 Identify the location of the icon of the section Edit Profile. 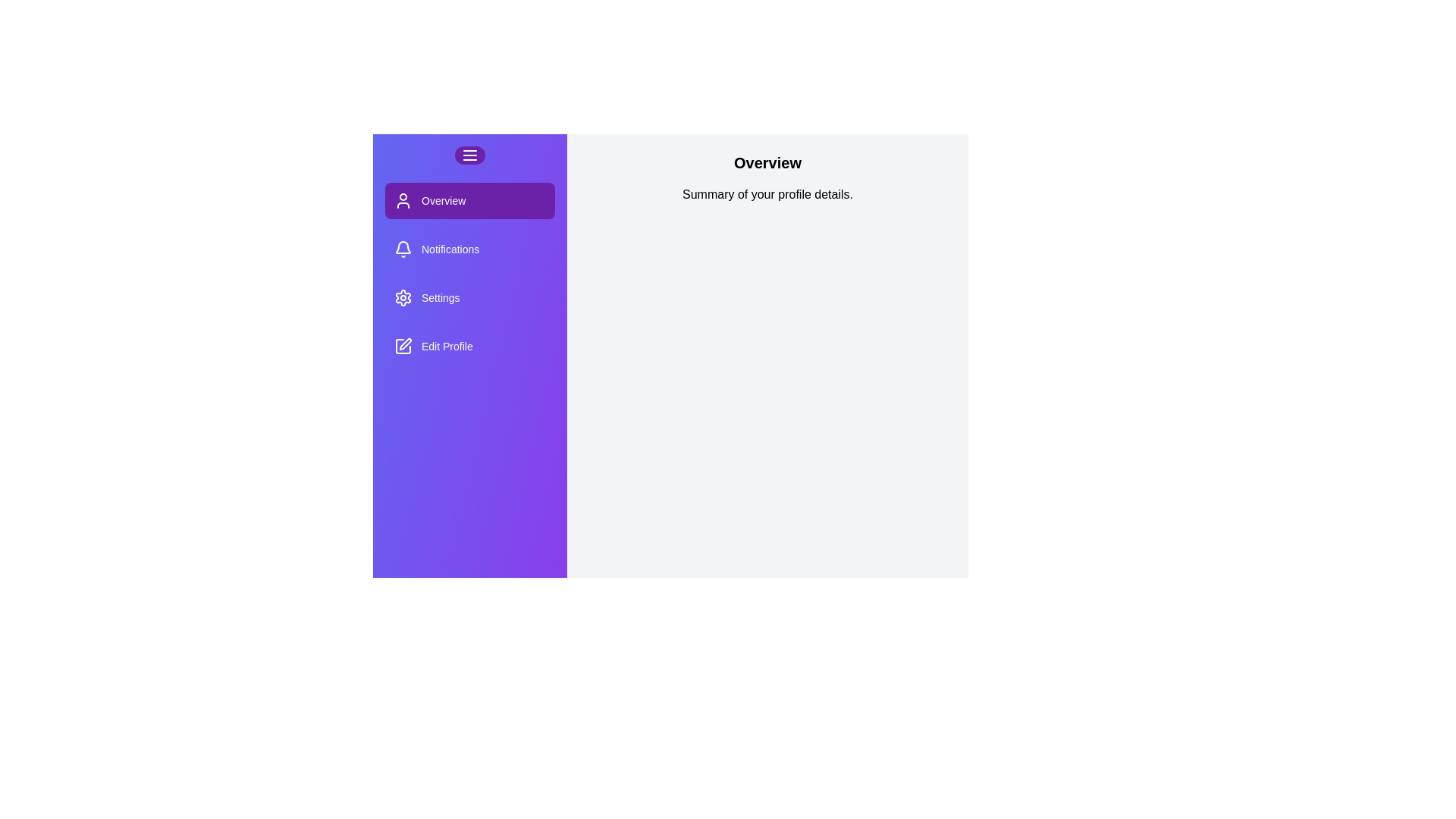
(403, 346).